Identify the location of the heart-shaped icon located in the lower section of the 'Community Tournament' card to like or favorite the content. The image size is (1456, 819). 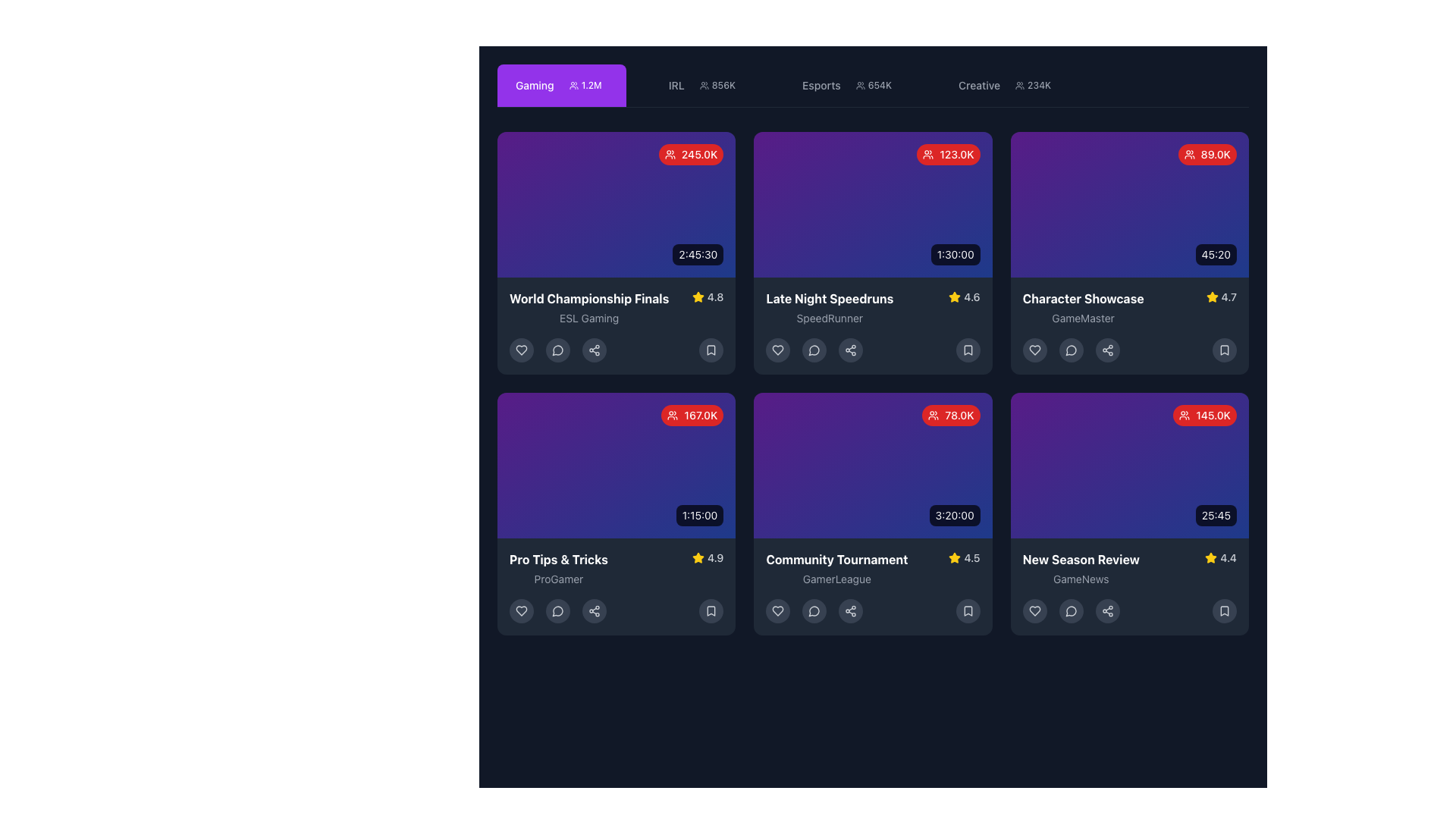
(778, 610).